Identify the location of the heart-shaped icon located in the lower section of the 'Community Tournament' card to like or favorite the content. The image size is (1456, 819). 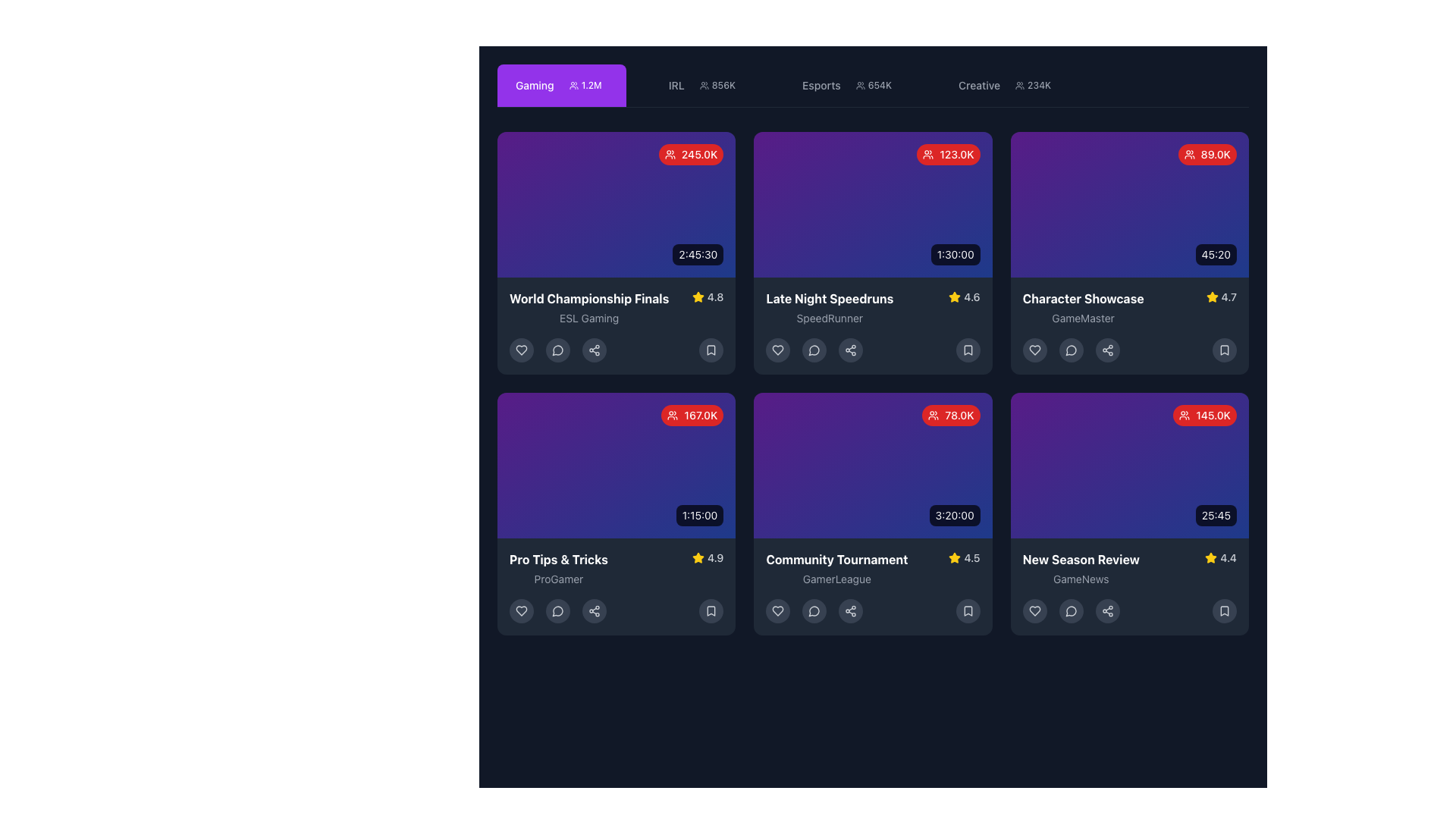
(778, 610).